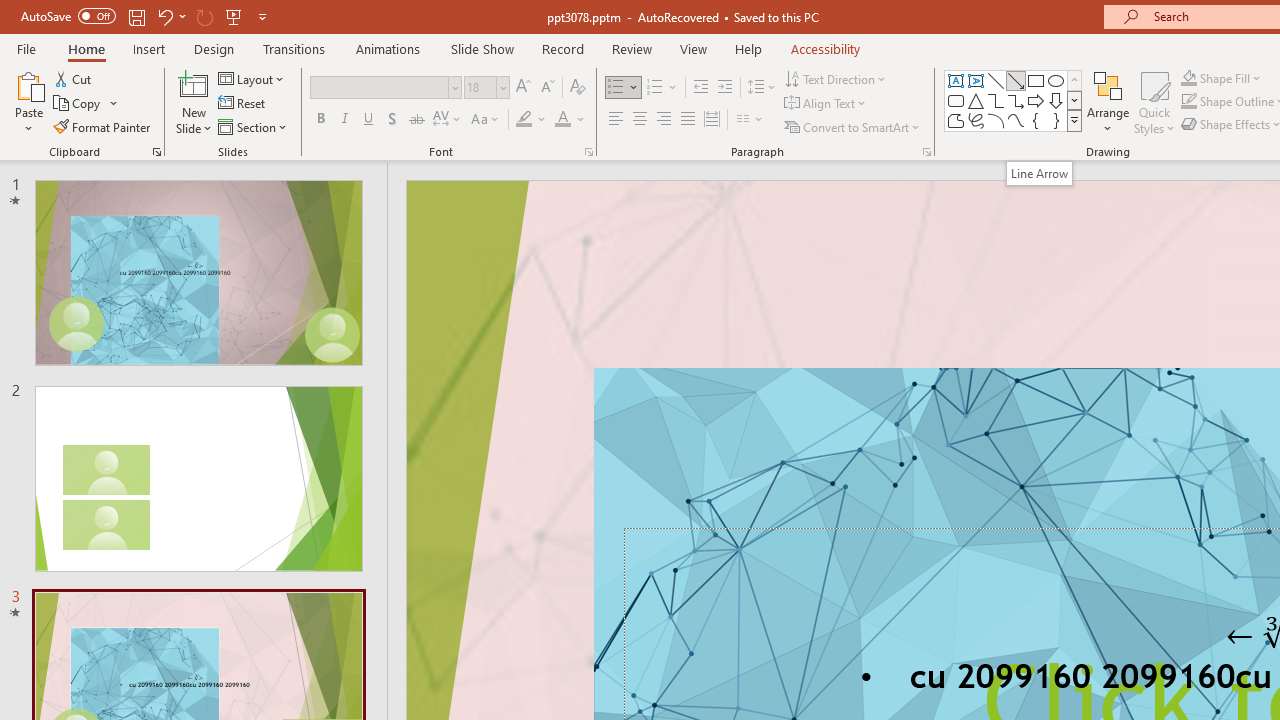  I want to click on 'Section', so click(253, 127).